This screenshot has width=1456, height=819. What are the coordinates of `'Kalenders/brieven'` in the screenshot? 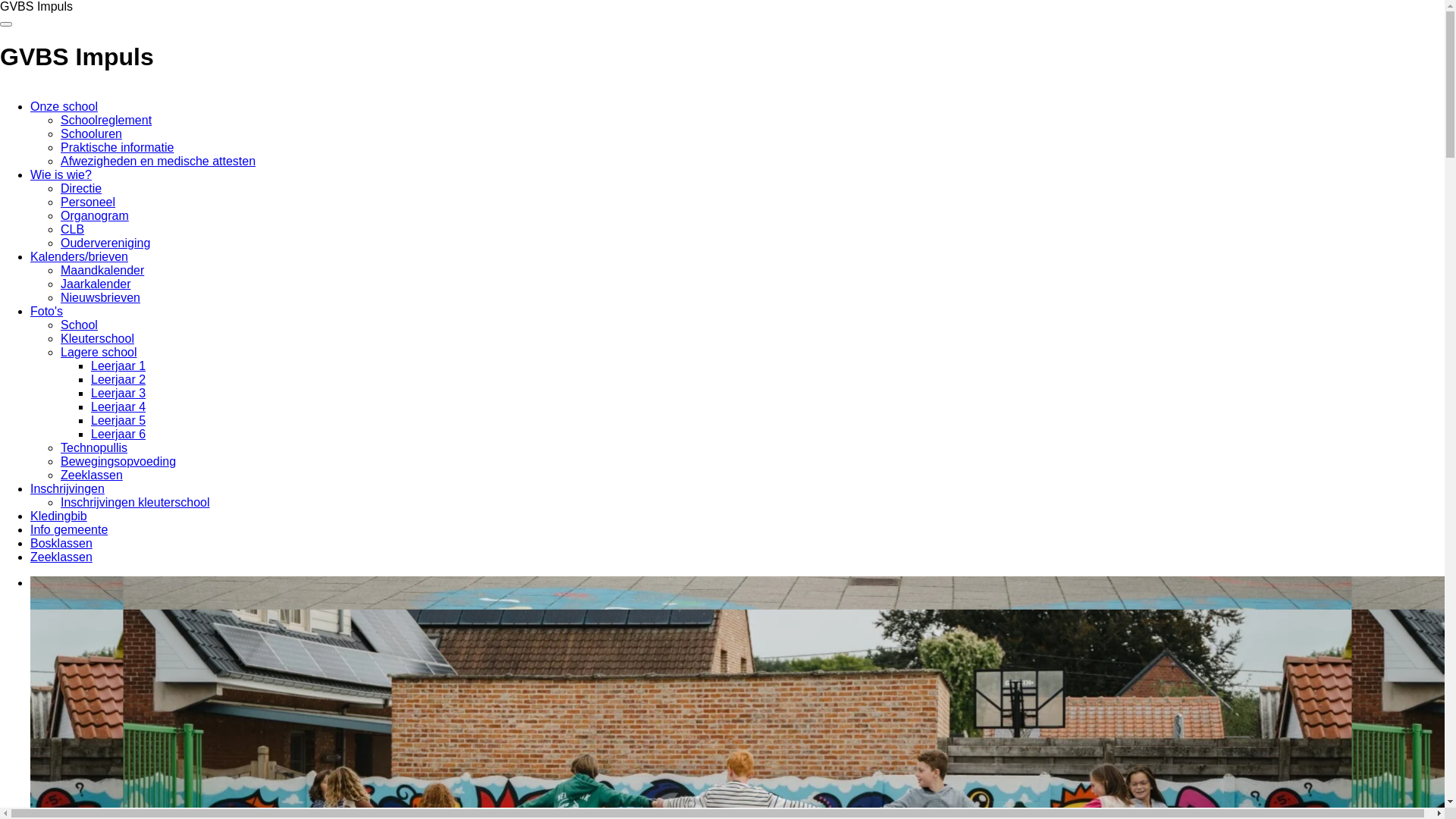 It's located at (78, 256).